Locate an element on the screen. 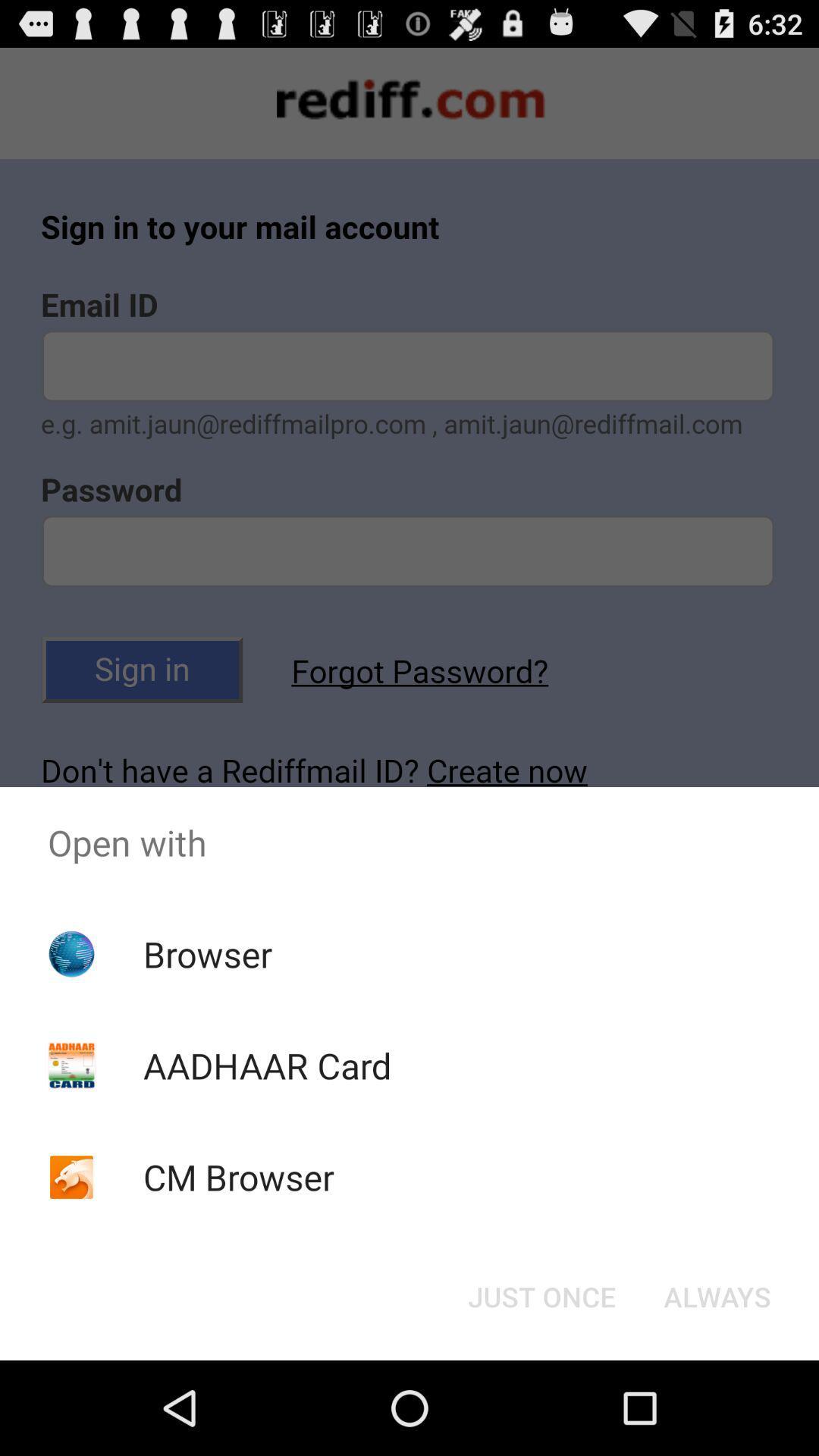 Image resolution: width=819 pixels, height=1456 pixels. the app below the open with app is located at coordinates (541, 1295).